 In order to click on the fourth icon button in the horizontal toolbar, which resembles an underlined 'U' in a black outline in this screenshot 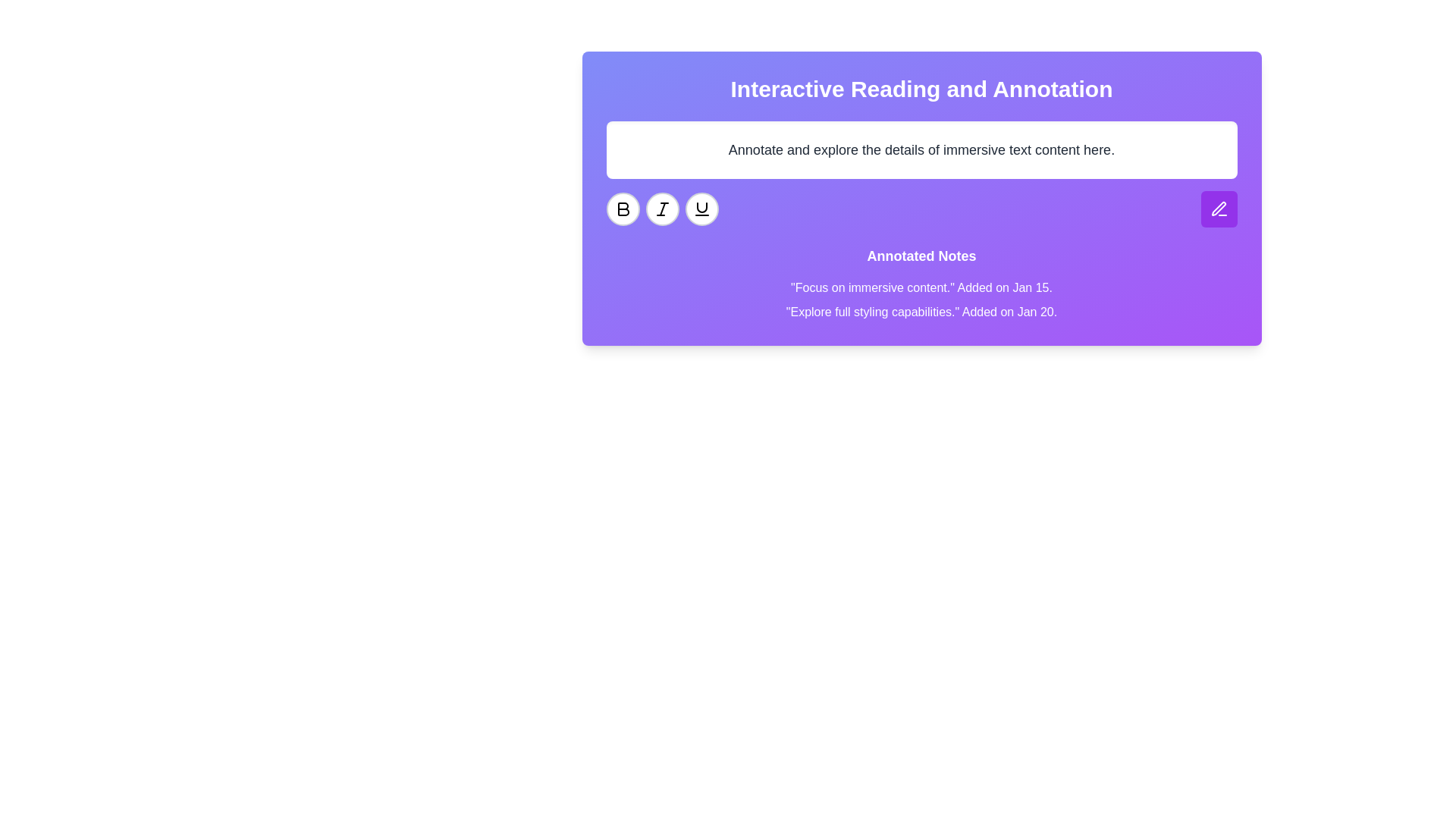, I will do `click(701, 209)`.